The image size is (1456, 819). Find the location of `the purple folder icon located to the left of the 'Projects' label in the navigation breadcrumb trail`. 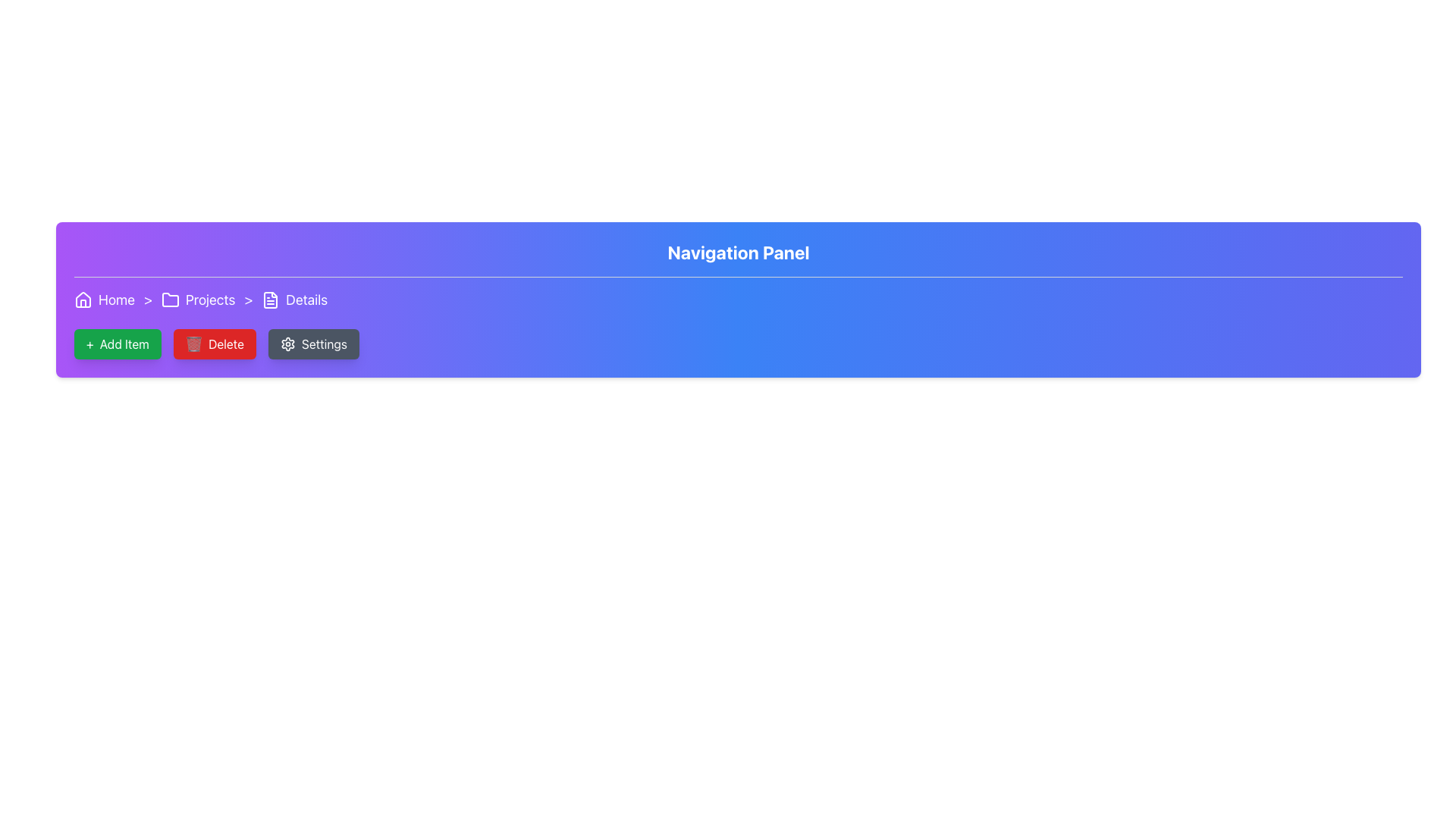

the purple folder icon located to the left of the 'Projects' label in the navigation breadcrumb trail is located at coordinates (170, 300).